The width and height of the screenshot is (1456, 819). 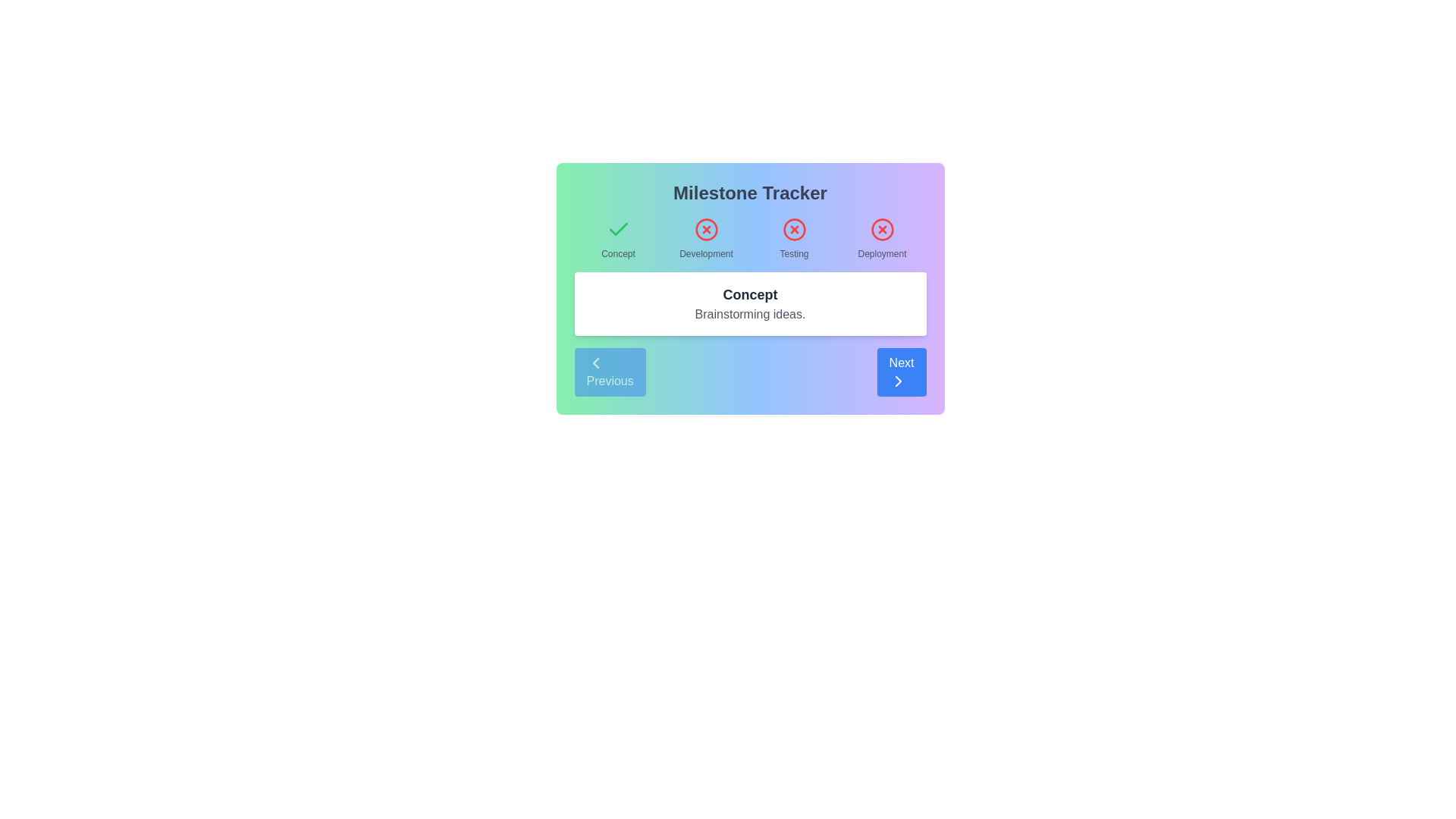 I want to click on text label displaying the word 'Concept', which is centrally located within a white card area with a gradient background and shadow effect, so click(x=750, y=295).